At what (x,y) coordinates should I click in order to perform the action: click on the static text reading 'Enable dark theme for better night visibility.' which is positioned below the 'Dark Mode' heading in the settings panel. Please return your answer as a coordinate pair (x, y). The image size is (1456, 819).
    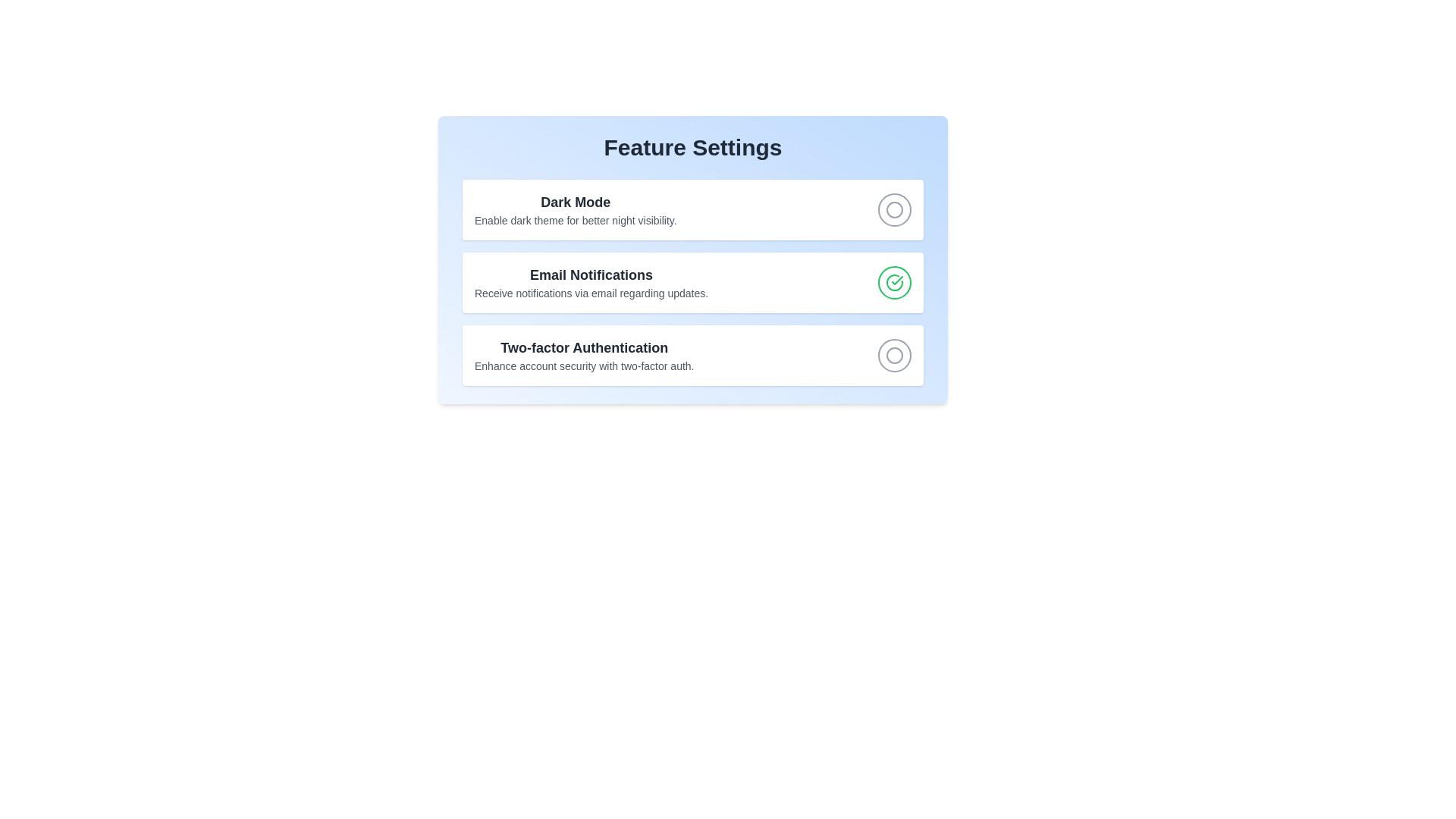
    Looking at the image, I should click on (575, 220).